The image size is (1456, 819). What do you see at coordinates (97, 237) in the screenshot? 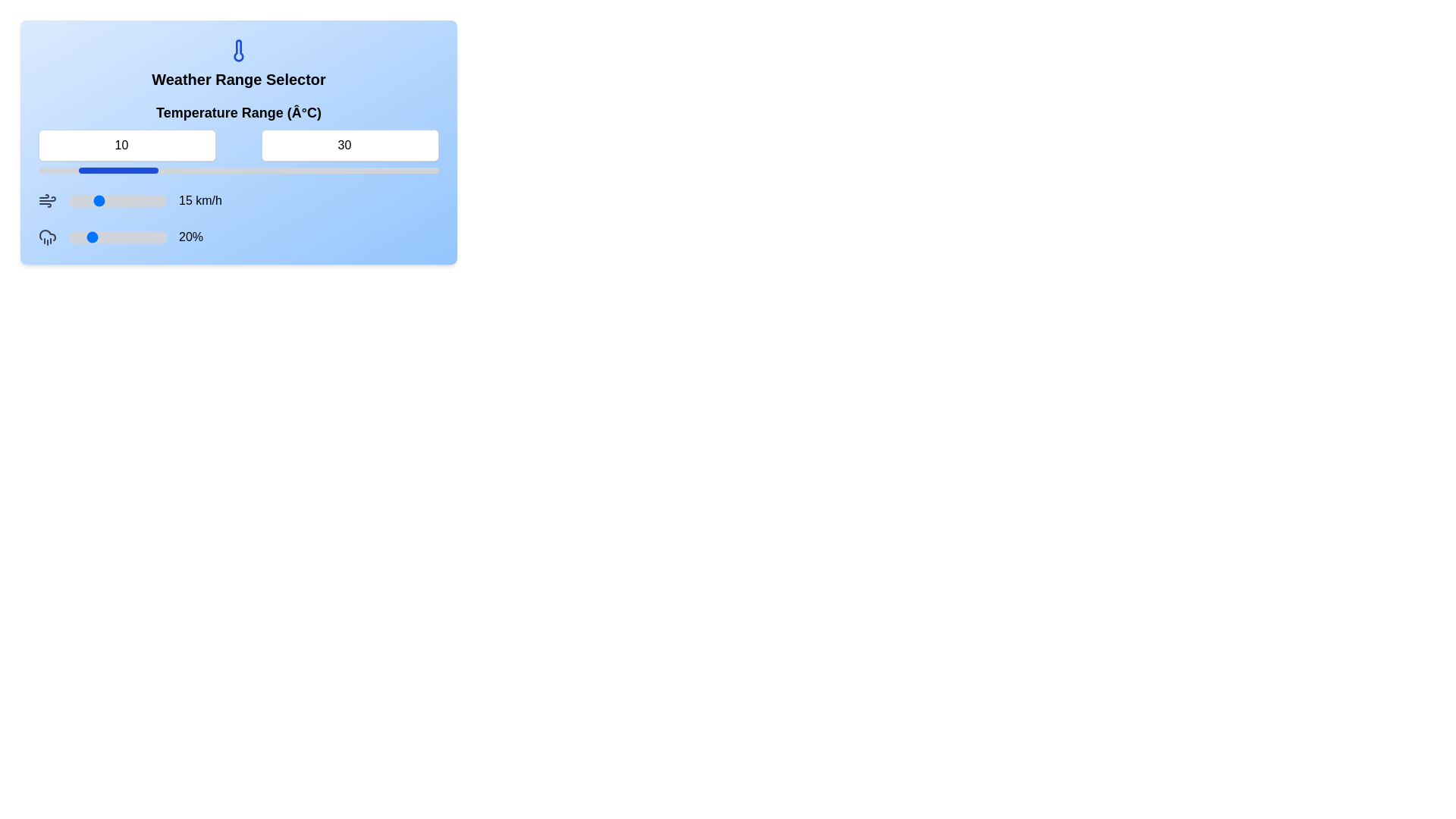
I see `the slider` at bounding box center [97, 237].